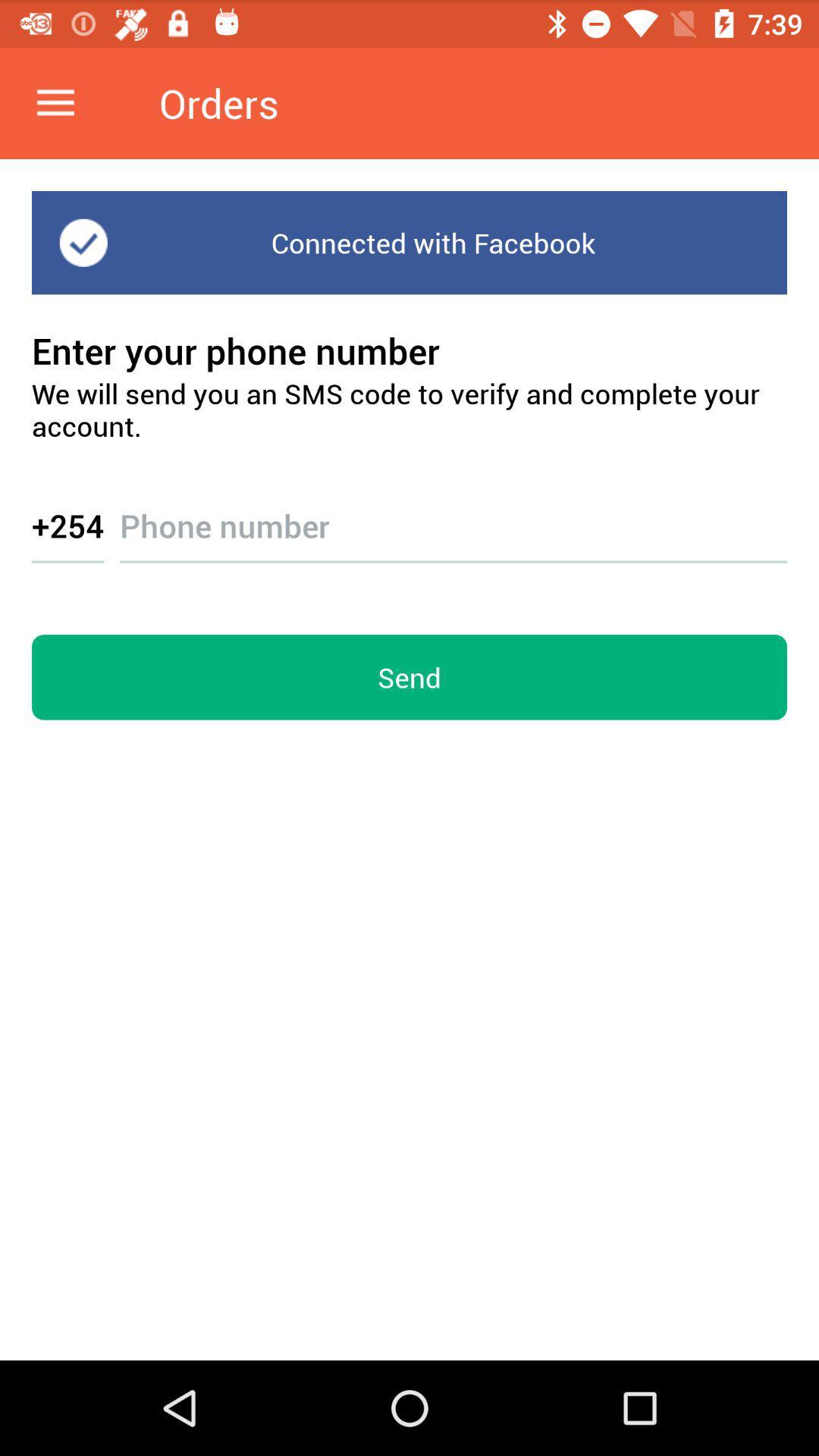  I want to click on the icon below we will send, so click(67, 525).